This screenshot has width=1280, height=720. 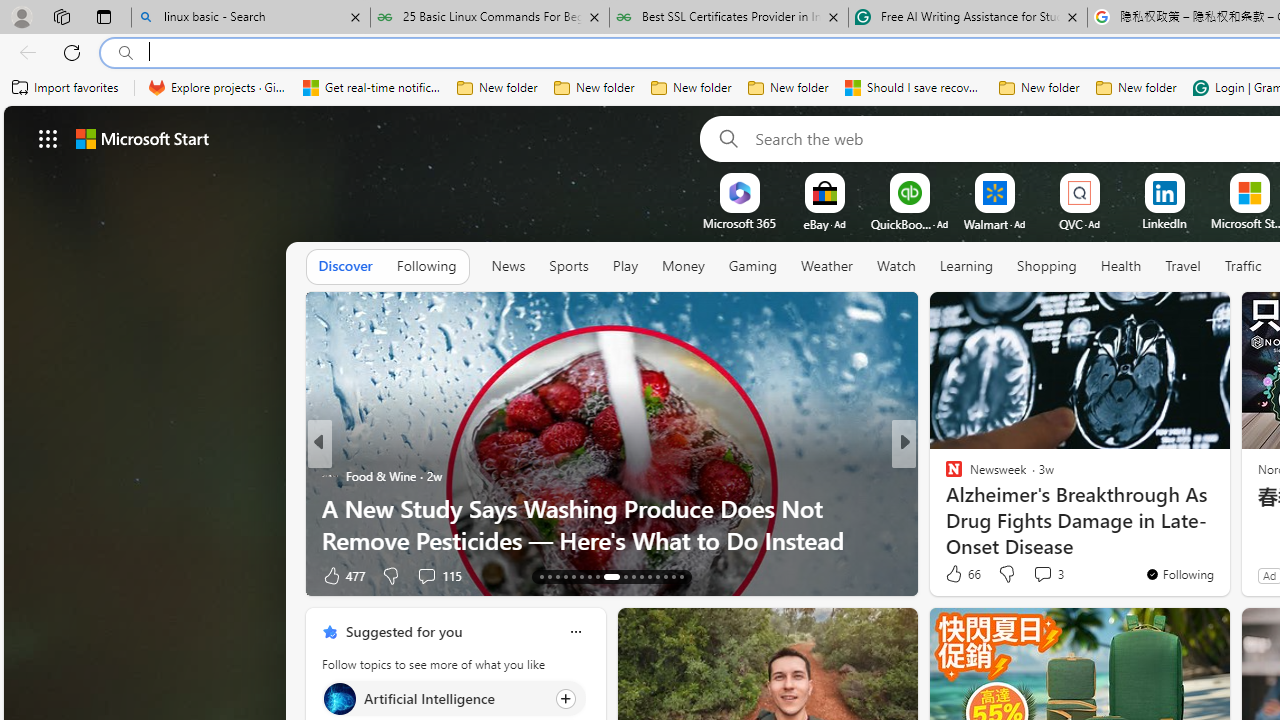 I want to click on 'View comments 16 Comment', so click(x=1050, y=575).